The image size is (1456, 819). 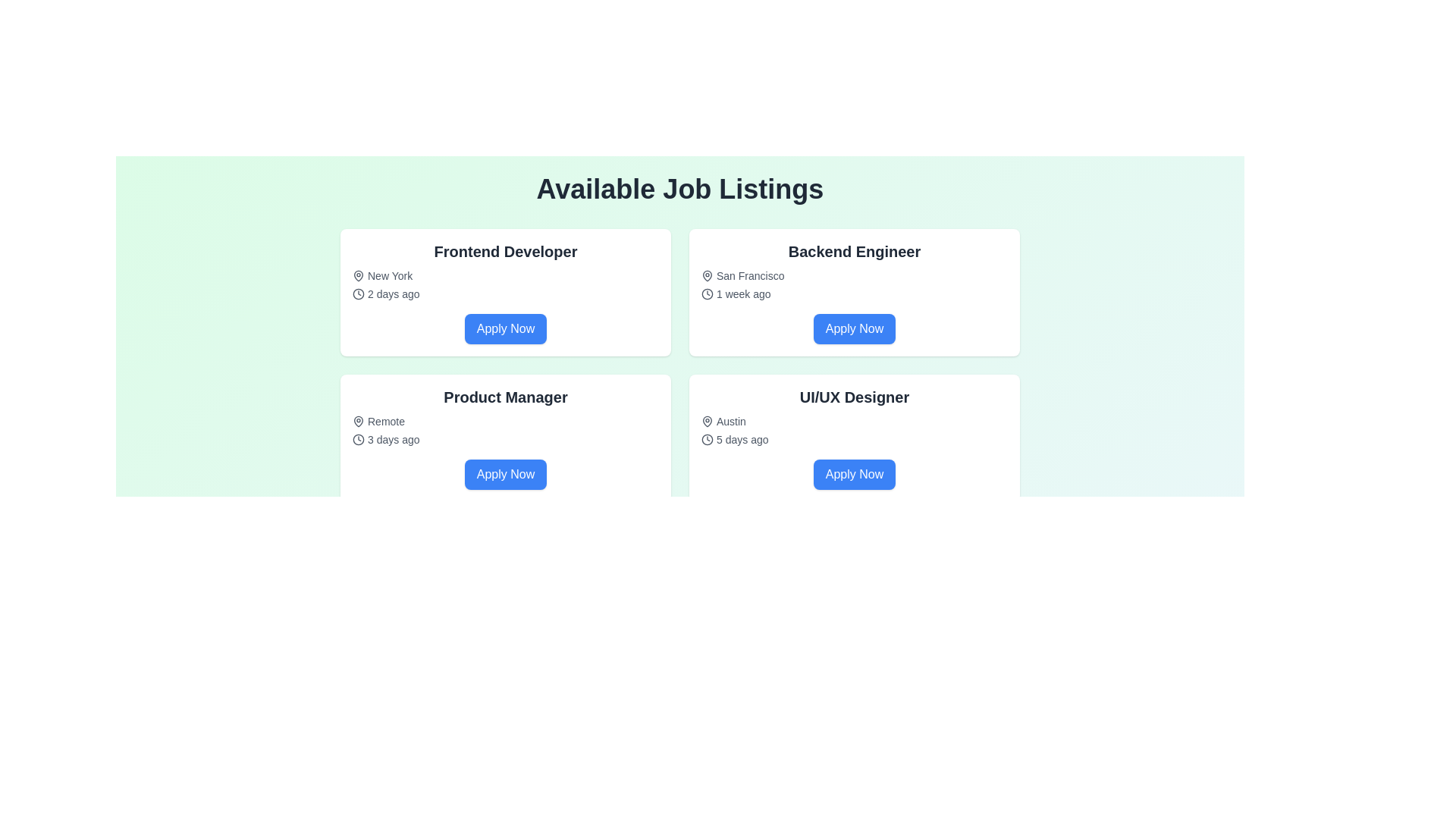 I want to click on the central circle of the clock icon in the upper half of the card for the 'San Francisco' job listing, specifically for the 'Backend Engineer' position, so click(x=706, y=294).